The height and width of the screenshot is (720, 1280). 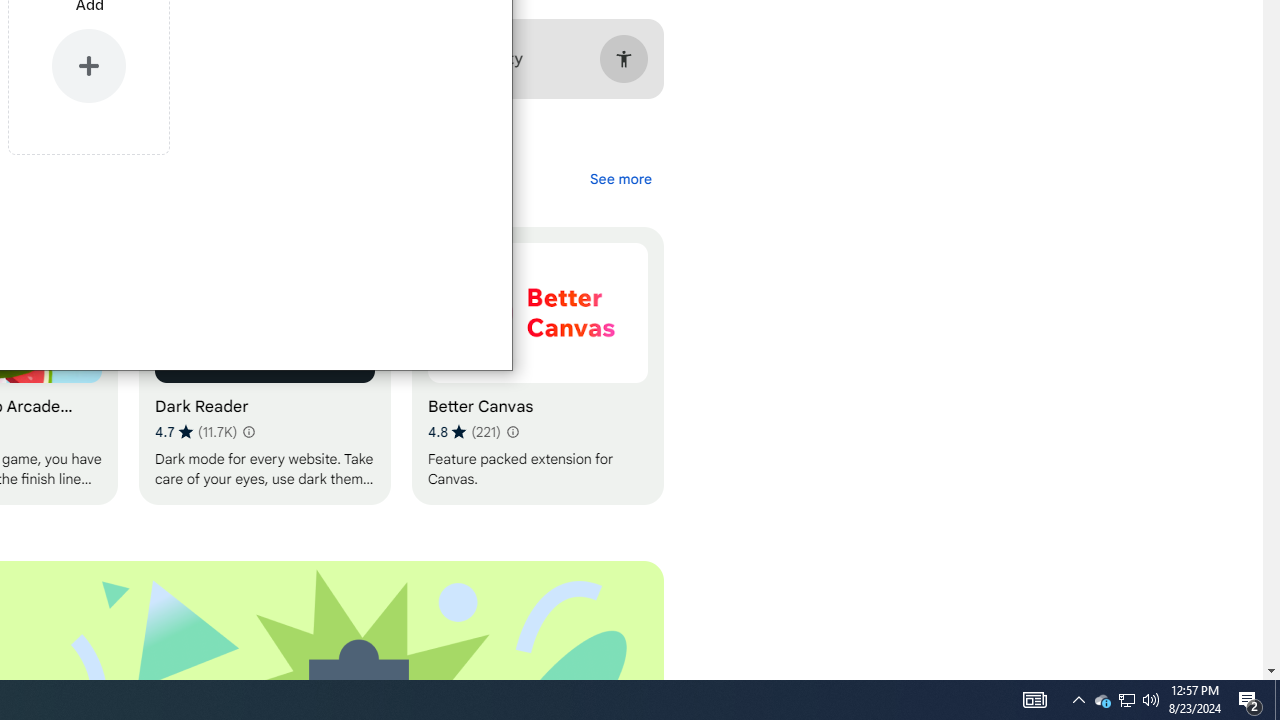 What do you see at coordinates (619, 178) in the screenshot?
I see `'See more personalized recommendations'` at bounding box center [619, 178].